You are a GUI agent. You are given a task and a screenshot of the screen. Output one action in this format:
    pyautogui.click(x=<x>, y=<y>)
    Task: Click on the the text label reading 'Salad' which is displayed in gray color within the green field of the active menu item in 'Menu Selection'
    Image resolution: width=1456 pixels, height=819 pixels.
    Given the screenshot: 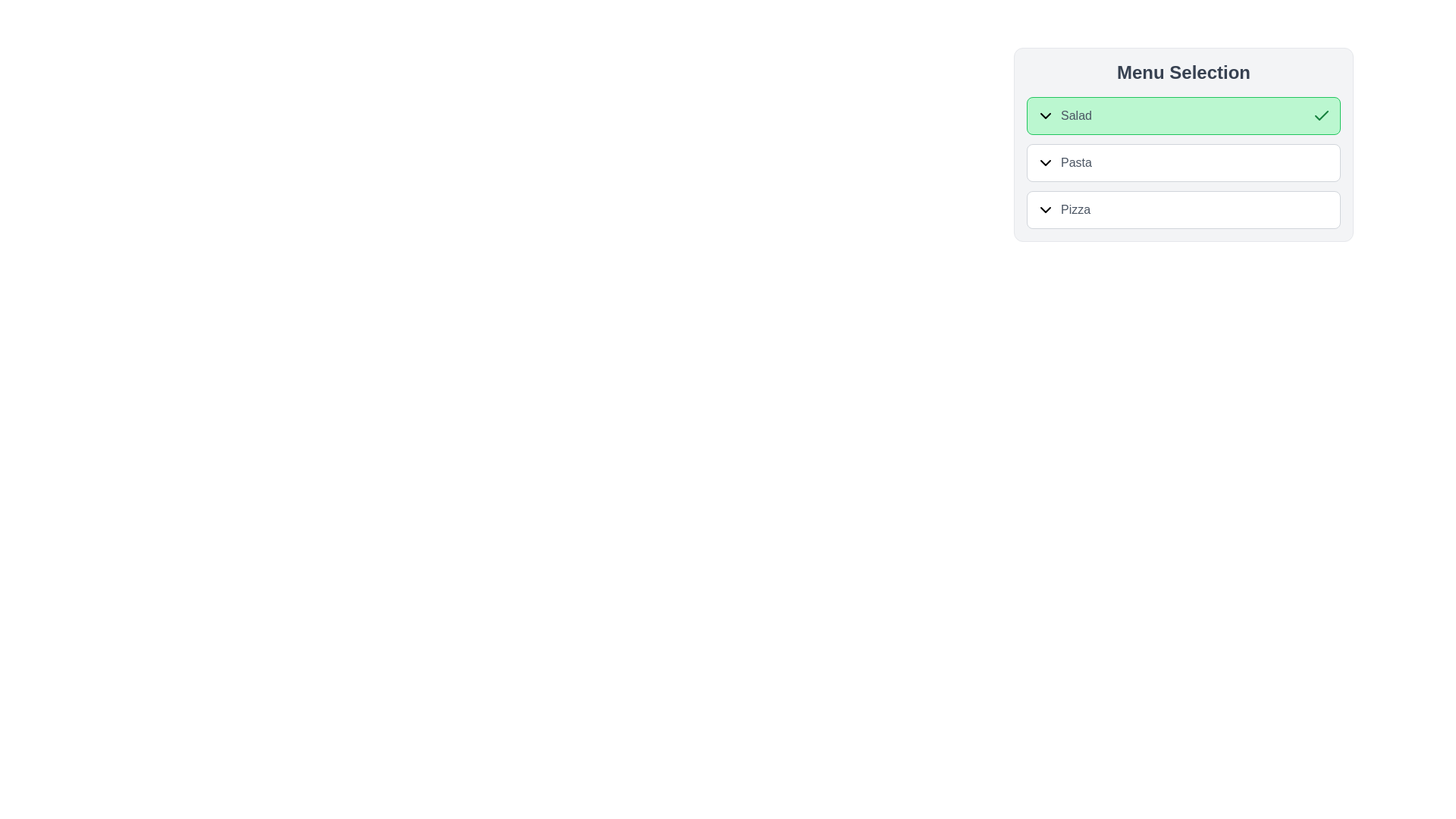 What is the action you would take?
    pyautogui.click(x=1075, y=115)
    